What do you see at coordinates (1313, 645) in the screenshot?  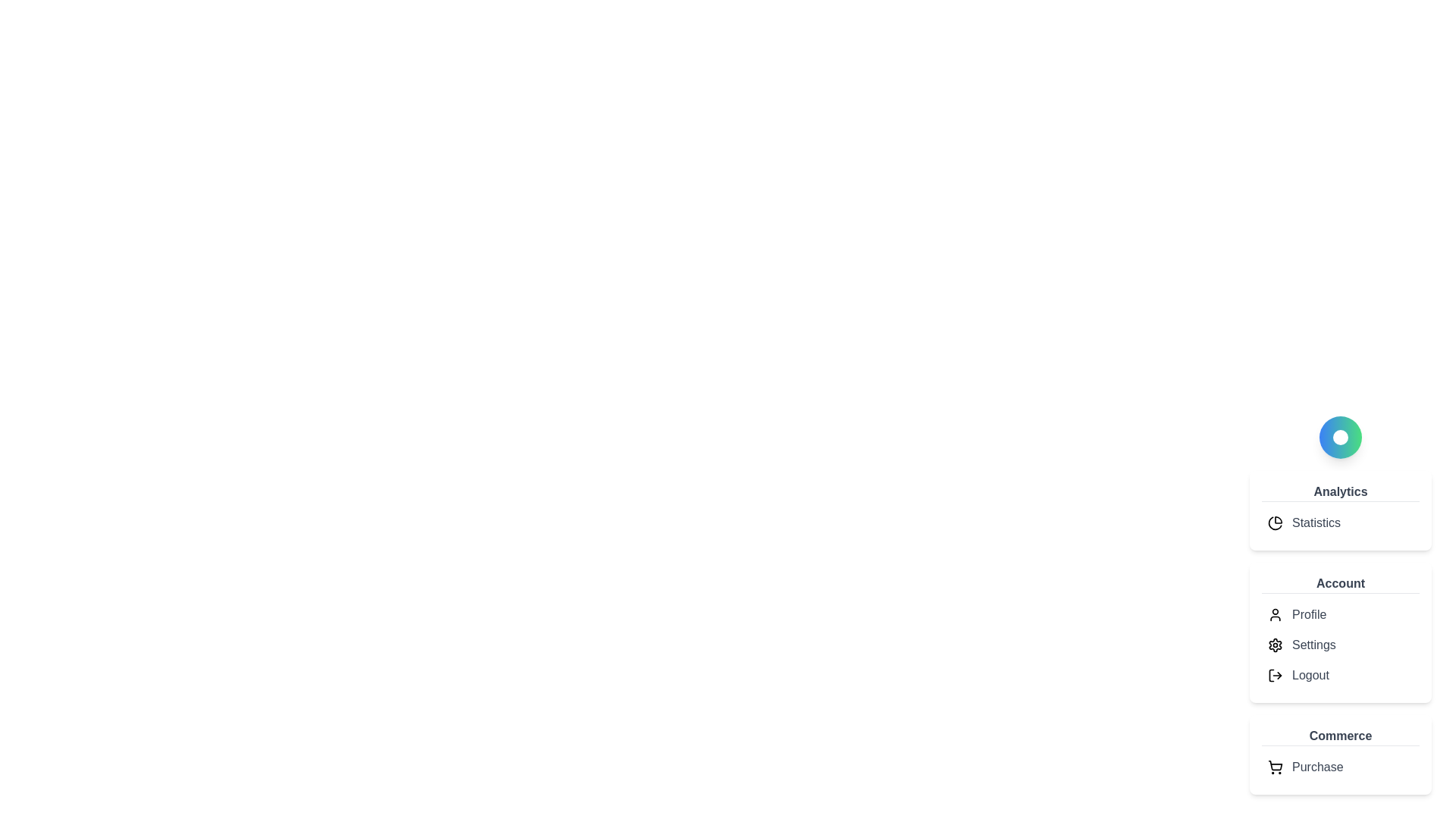 I see `the 'Settings' option under the 'Account' category` at bounding box center [1313, 645].